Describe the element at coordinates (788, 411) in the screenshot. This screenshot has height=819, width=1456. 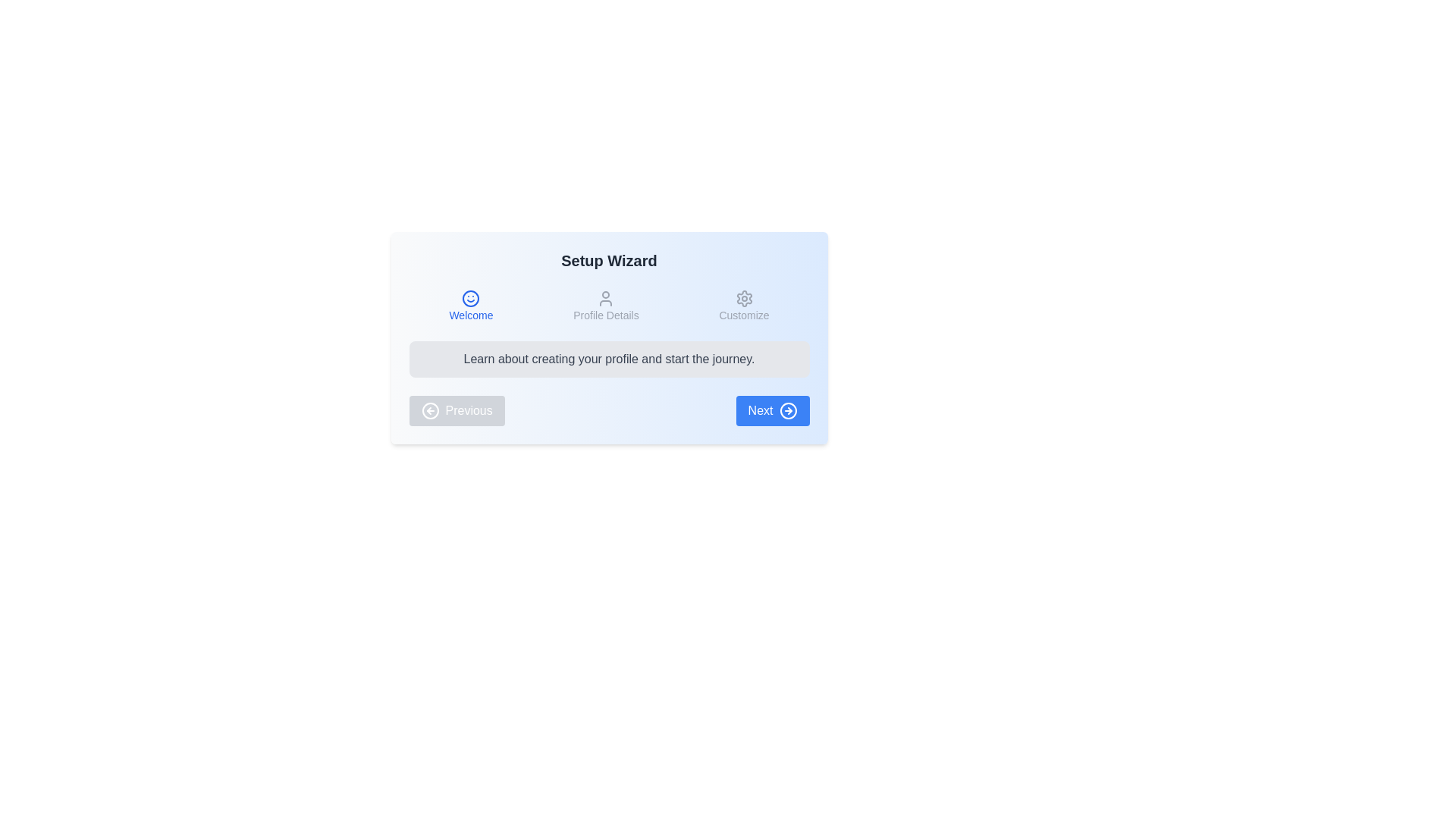
I see `the visual representation of the circular arrow icon within the 'Next' button located at the bottom-right corner of the wizard interface` at that location.